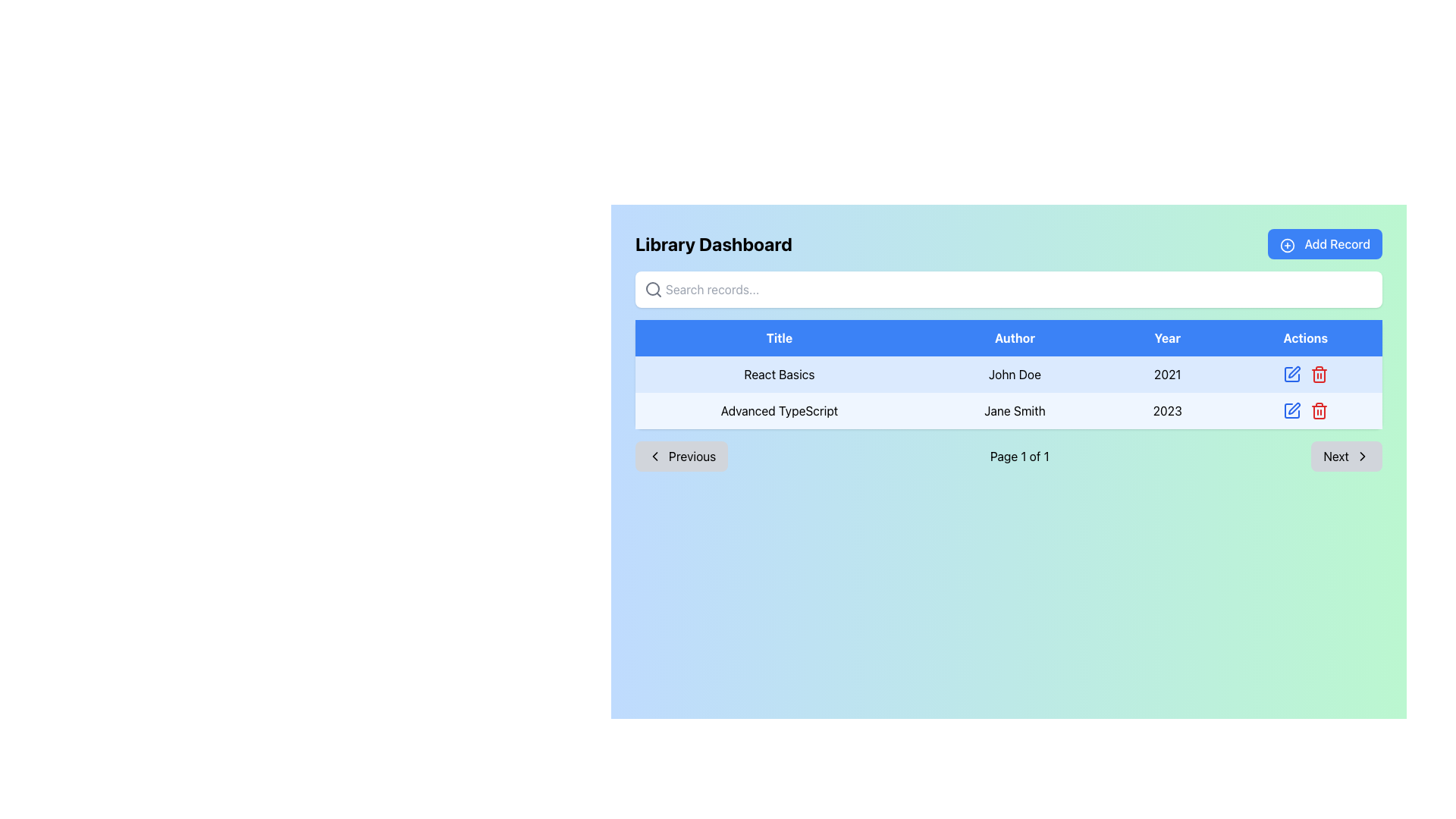  Describe the element at coordinates (1304, 337) in the screenshot. I see `the header cell for the 'Actions' column in the table, which is the fourth header cell located directly to the right of the 'Year' header cell` at that location.